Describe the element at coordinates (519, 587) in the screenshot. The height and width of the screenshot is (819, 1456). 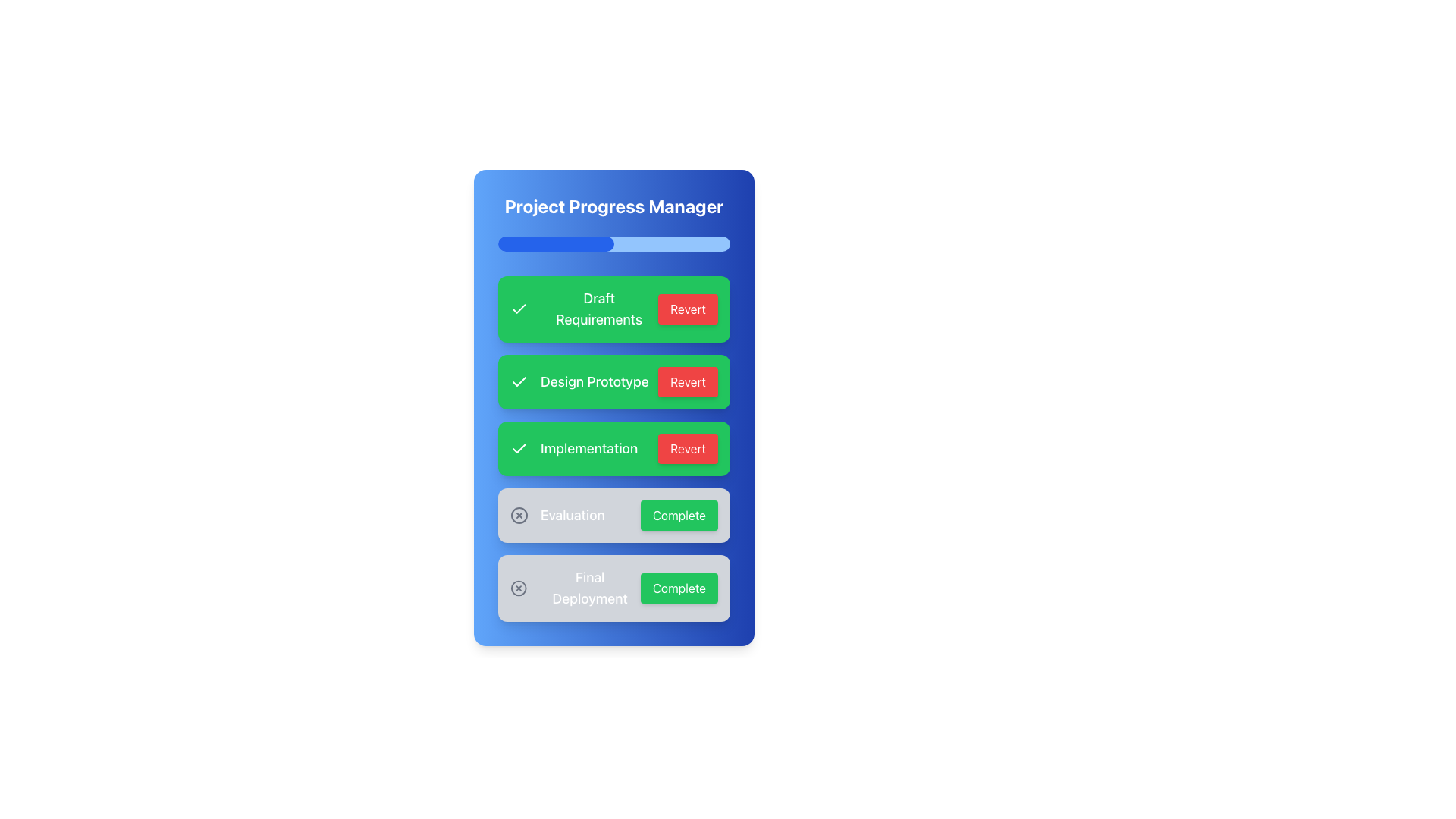
I see `the circular icon with a dark gray border and internal cross symbol, located in the 'Final Deployment' group, to the left of the 'Final Deployment' text` at that location.